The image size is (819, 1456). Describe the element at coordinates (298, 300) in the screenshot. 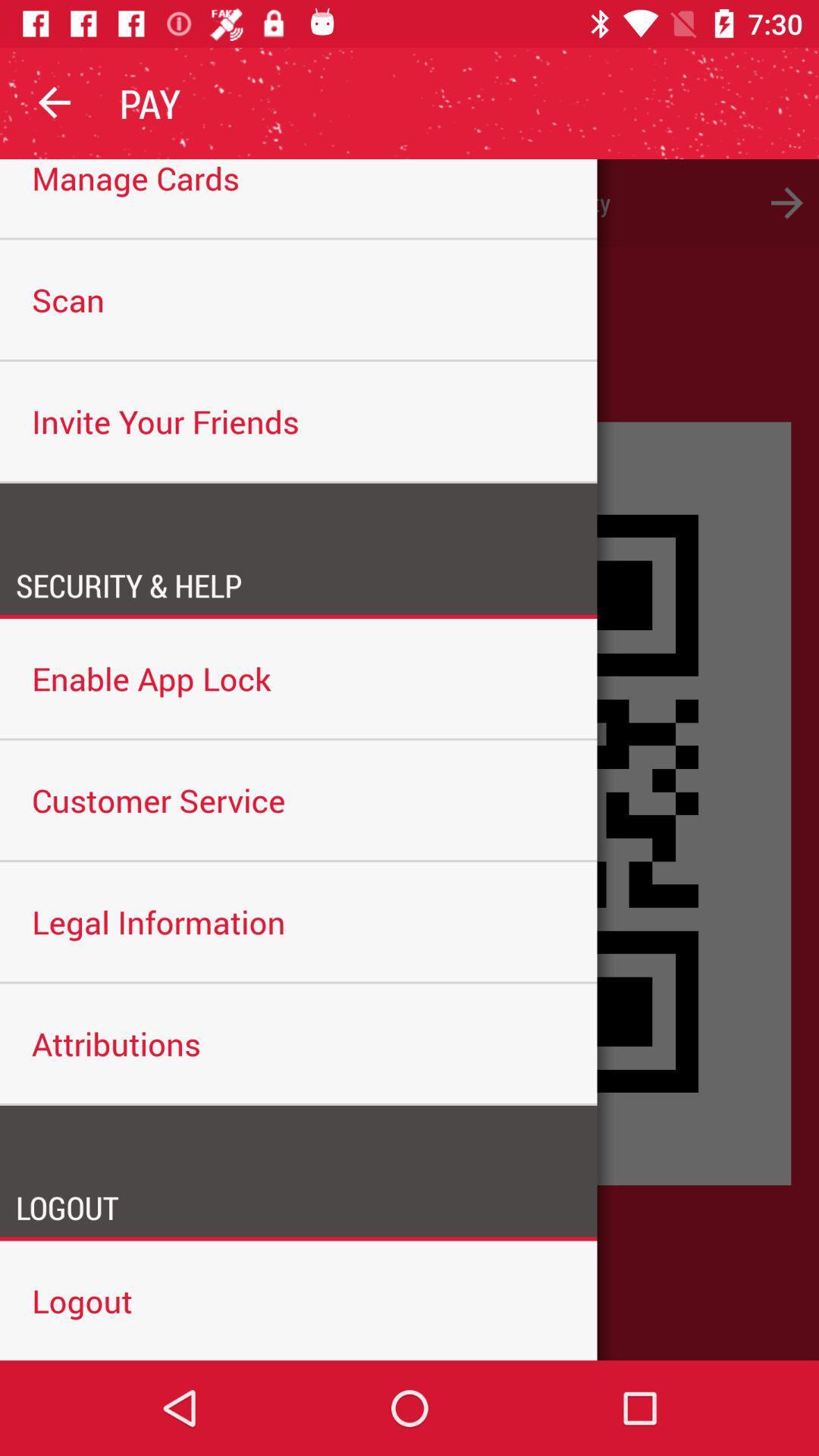

I see `scan item` at that location.